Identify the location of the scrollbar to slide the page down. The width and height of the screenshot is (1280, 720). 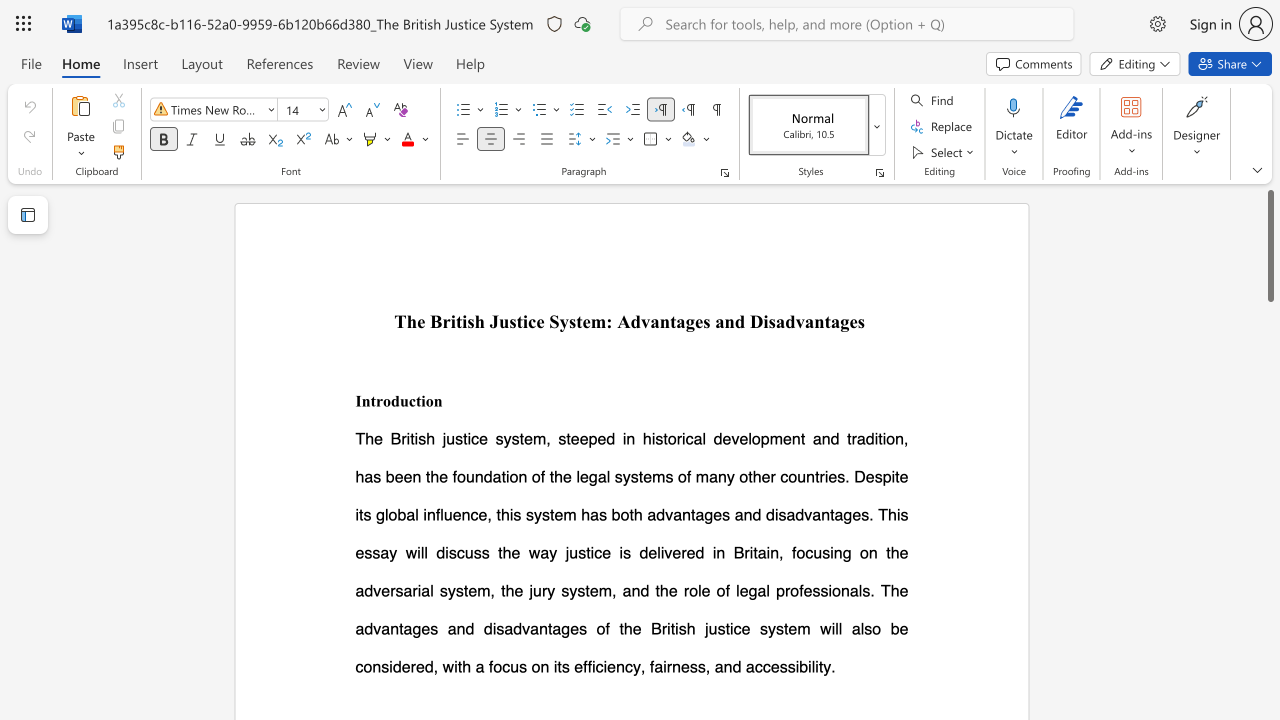
(1269, 390).